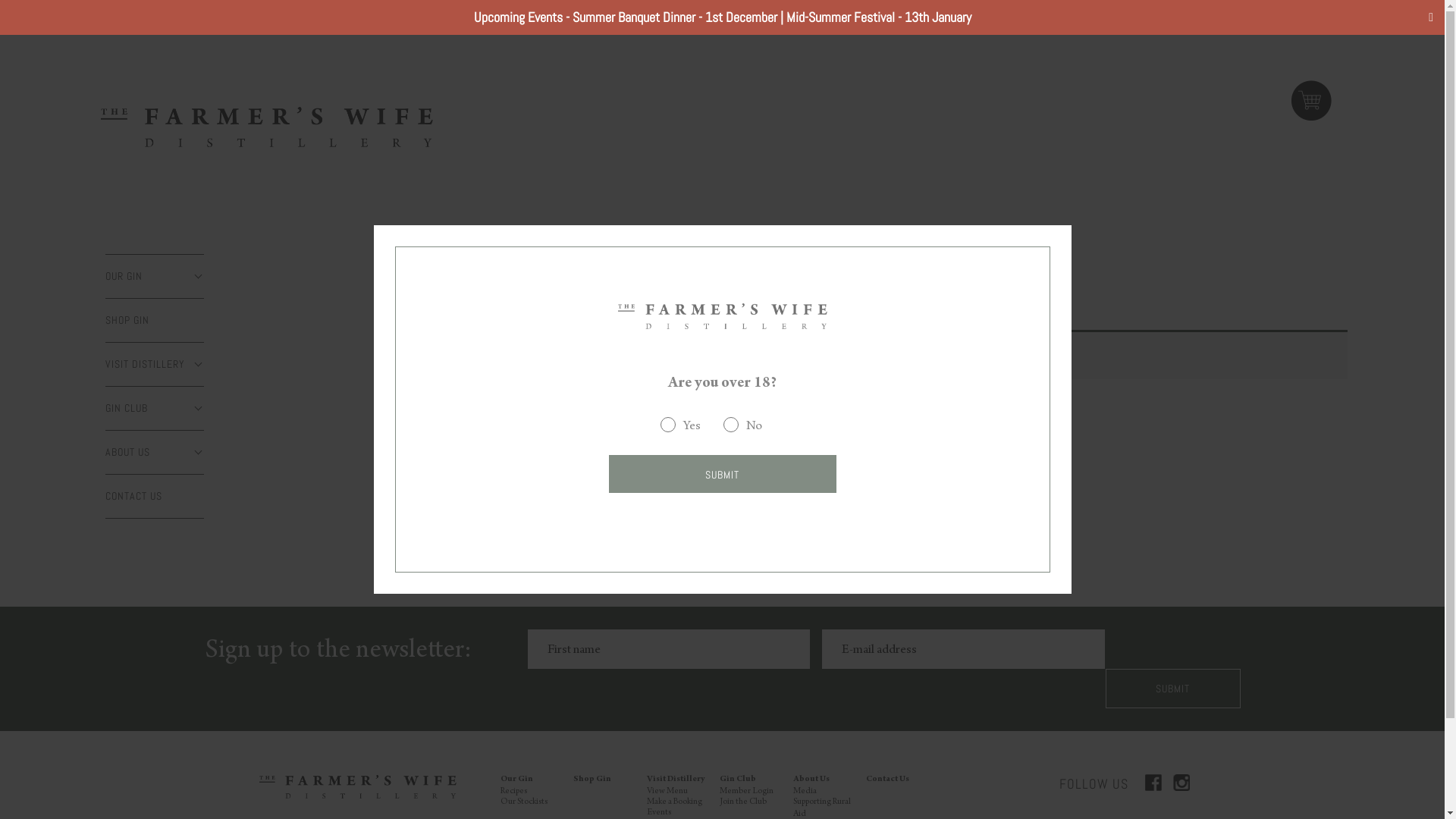  Describe the element at coordinates (673, 801) in the screenshot. I see `'Make a Booking'` at that location.